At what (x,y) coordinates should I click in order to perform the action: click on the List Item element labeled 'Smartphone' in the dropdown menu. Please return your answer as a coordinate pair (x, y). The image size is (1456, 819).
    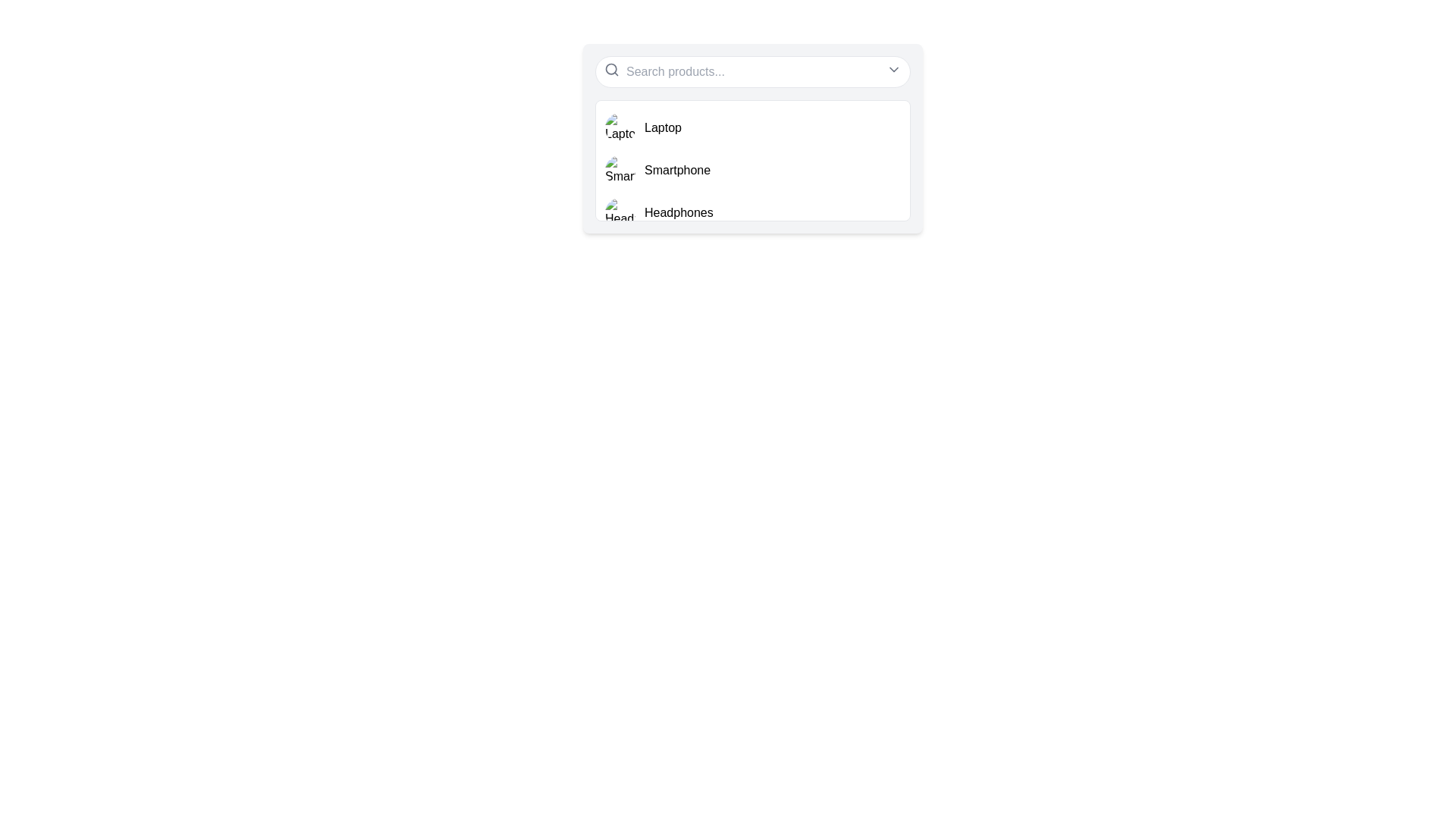
    Looking at the image, I should click on (753, 170).